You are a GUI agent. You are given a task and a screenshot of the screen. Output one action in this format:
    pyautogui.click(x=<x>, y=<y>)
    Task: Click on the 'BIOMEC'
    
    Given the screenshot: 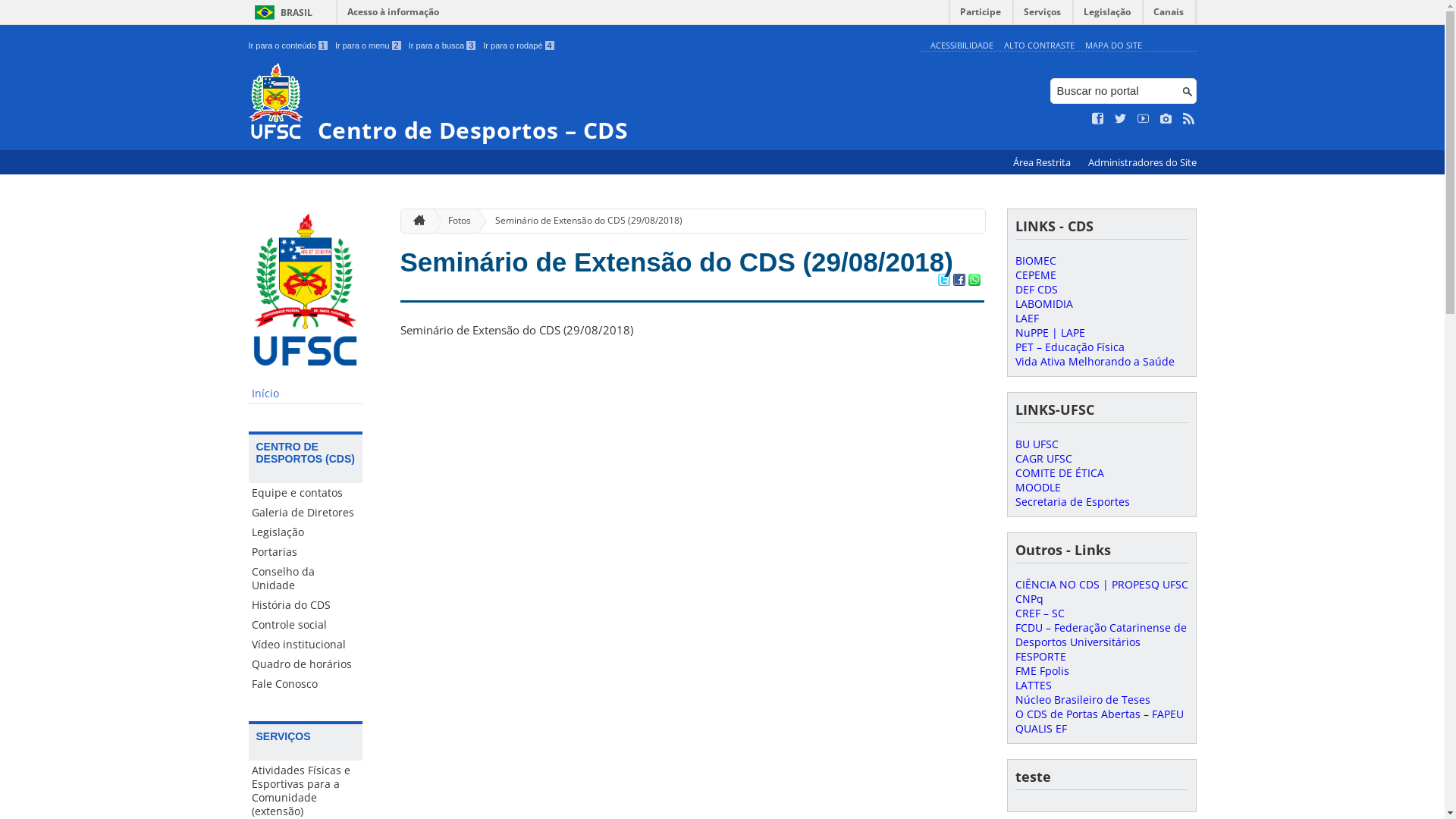 What is the action you would take?
    pyautogui.click(x=1034, y=259)
    